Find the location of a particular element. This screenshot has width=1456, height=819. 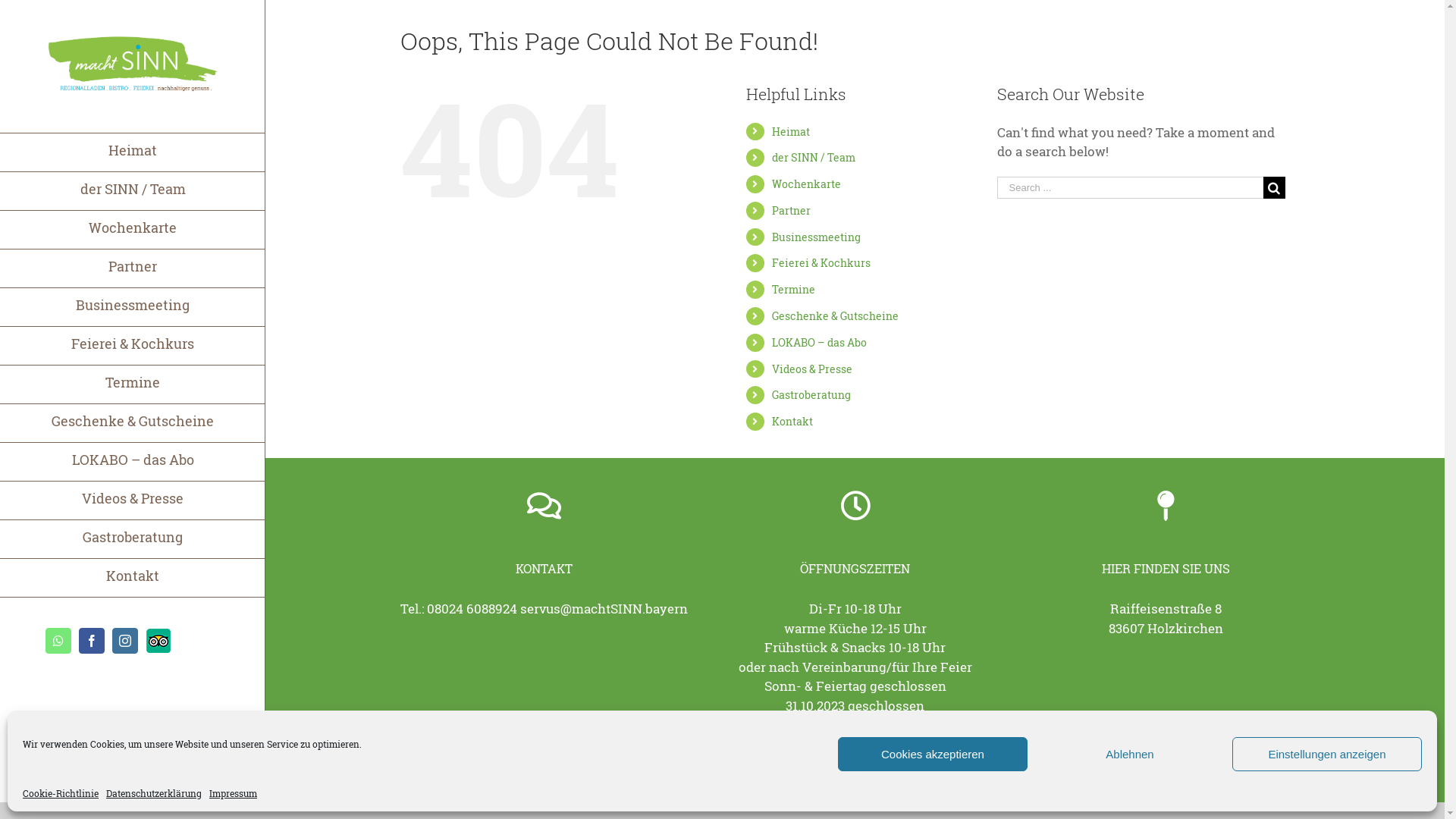

'servus@machtSINN.bayern' is located at coordinates (520, 607).